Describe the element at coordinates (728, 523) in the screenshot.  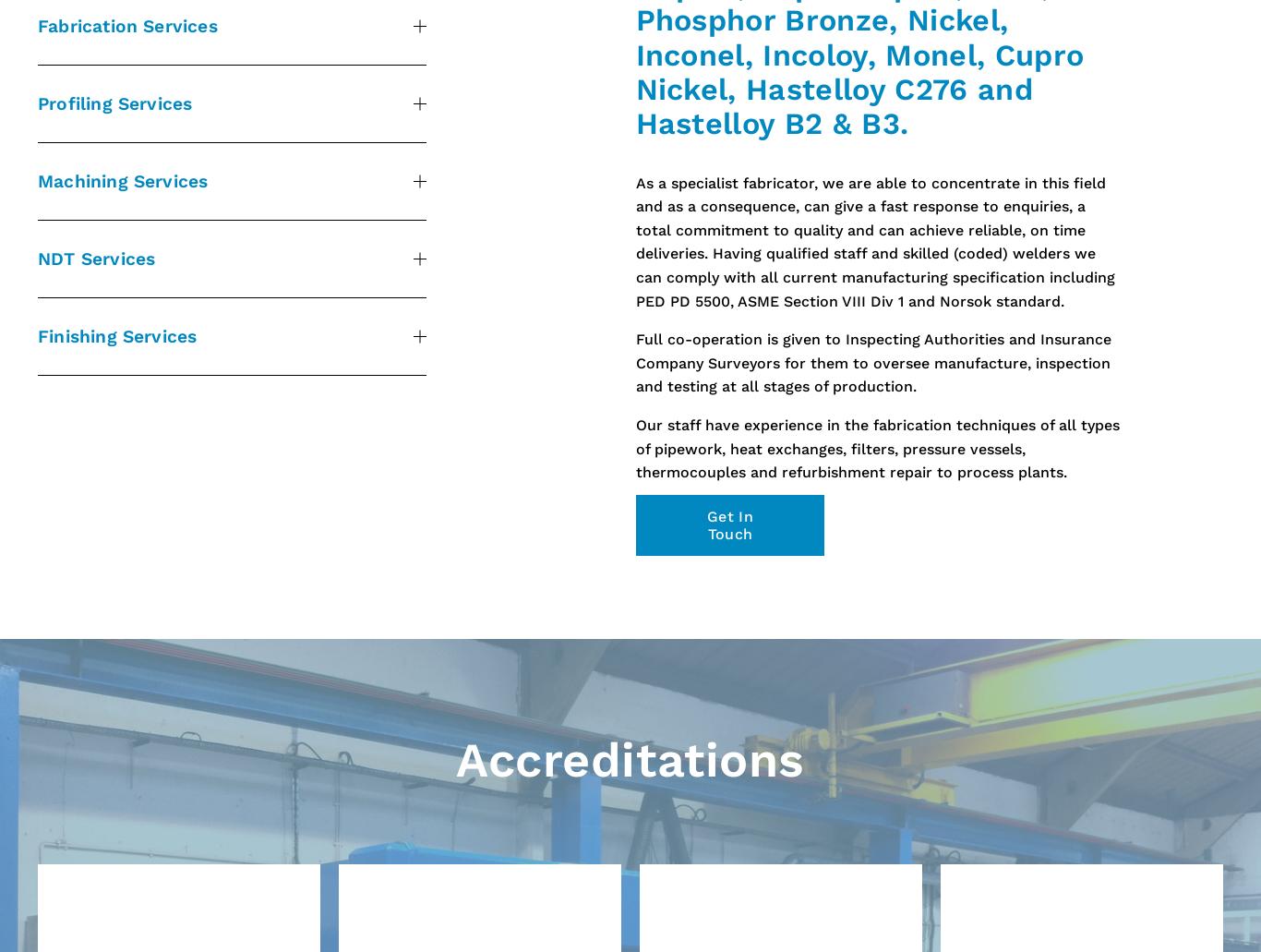
I see `'Get In Touch'` at that location.